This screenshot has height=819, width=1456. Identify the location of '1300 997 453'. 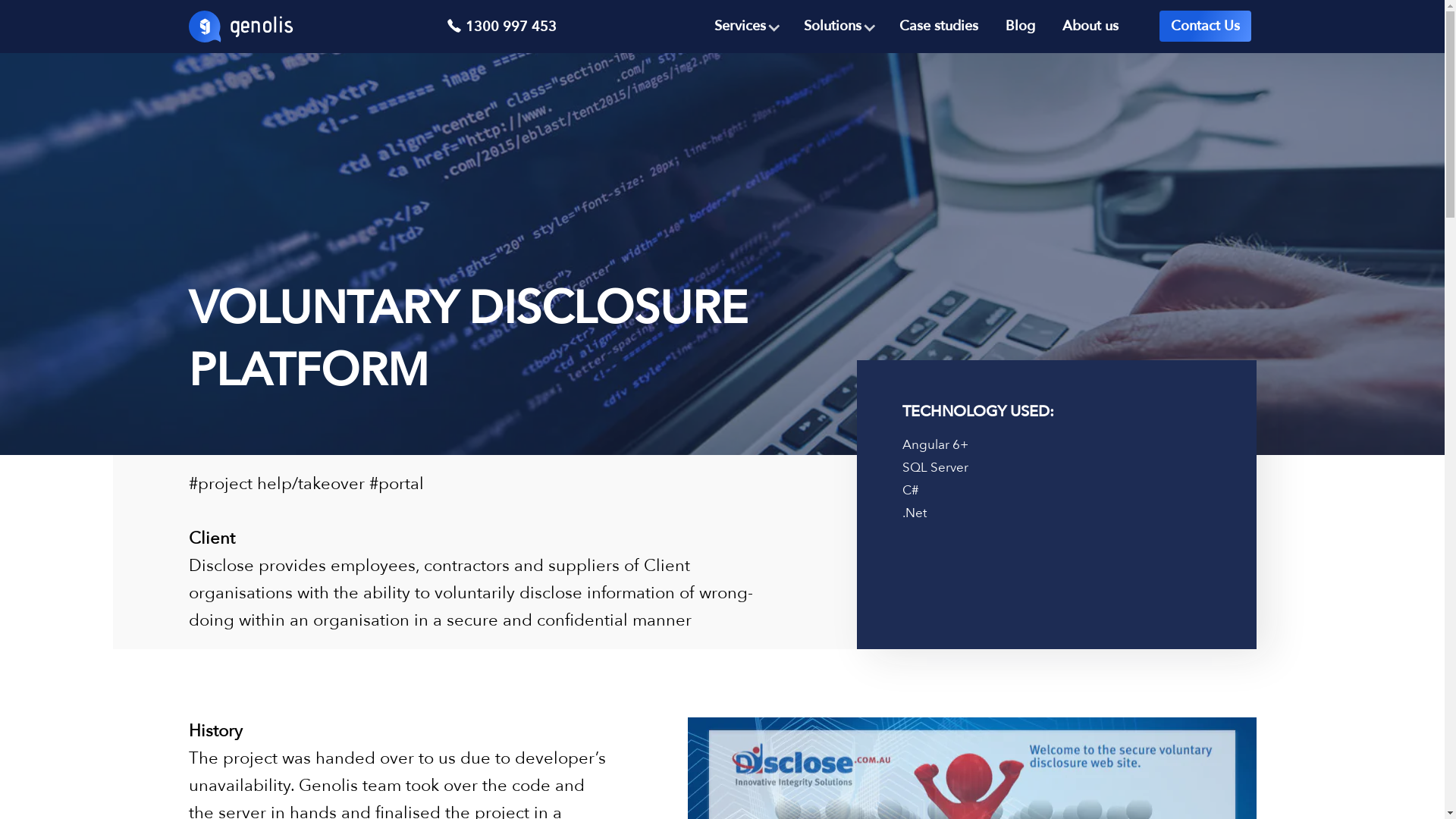
(445, 27).